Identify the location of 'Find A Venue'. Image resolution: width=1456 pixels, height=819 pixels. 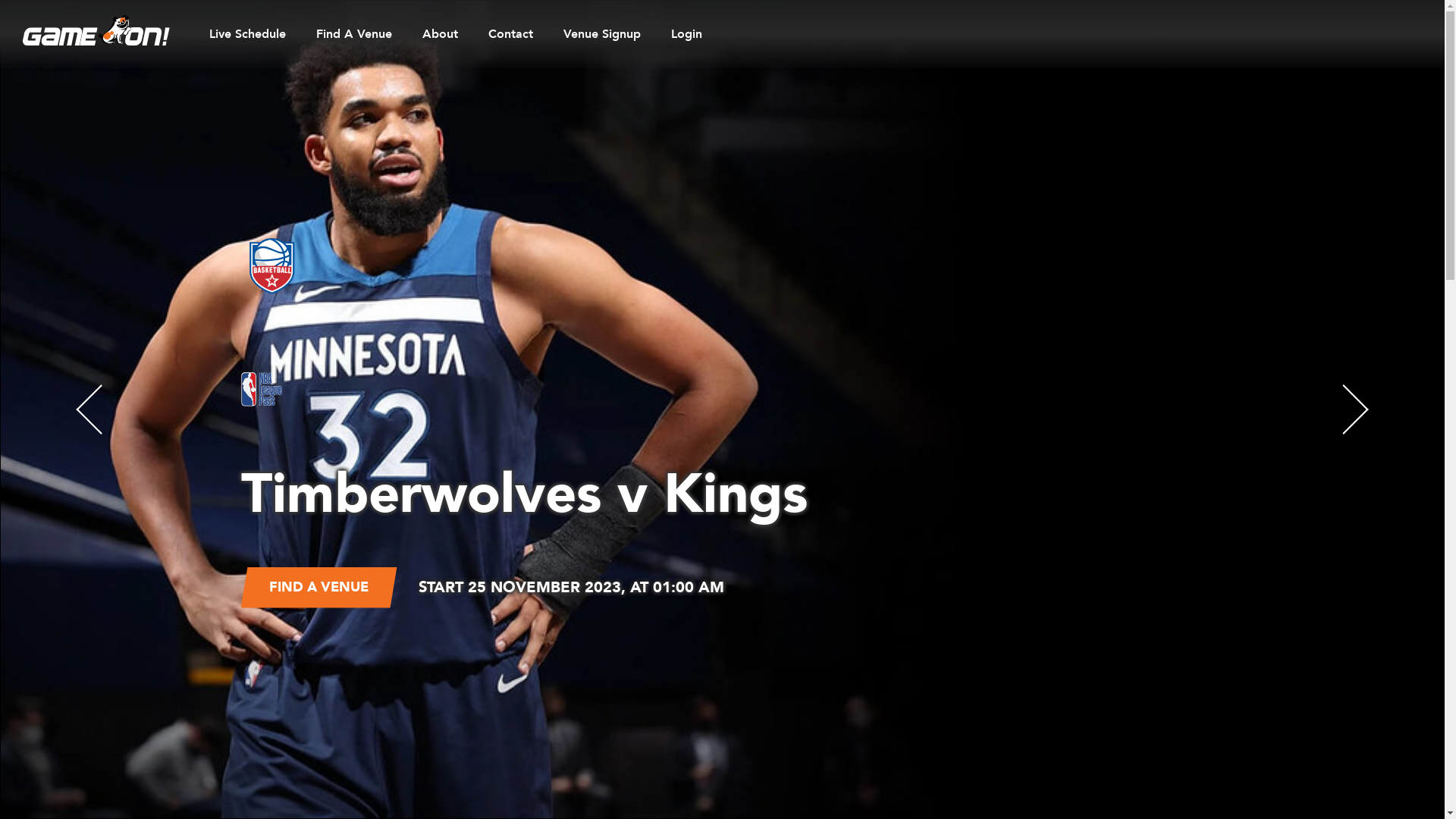
(353, 34).